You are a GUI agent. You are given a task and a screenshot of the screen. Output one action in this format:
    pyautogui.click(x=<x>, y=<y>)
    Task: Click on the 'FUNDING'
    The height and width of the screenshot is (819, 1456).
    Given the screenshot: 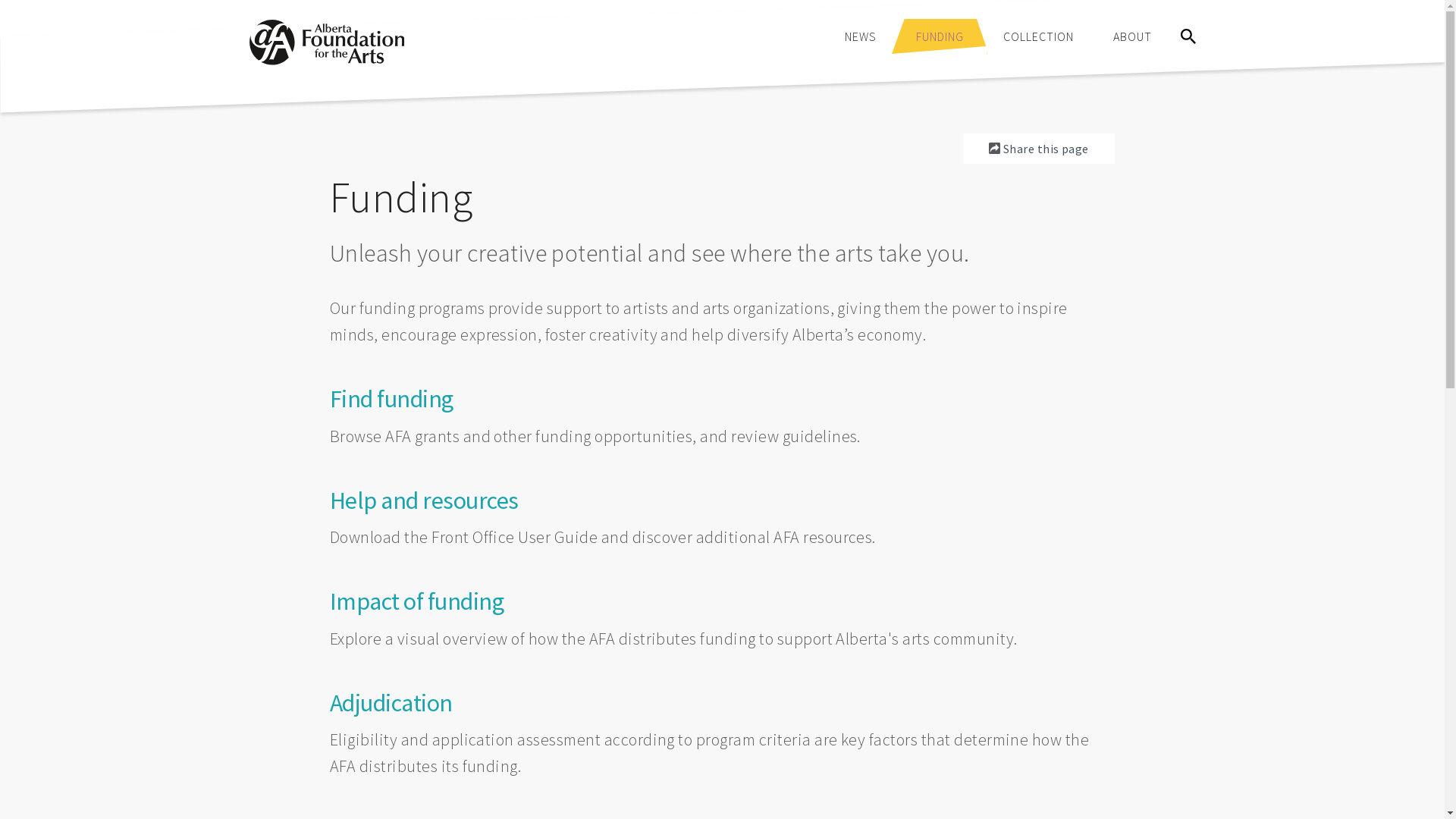 What is the action you would take?
    pyautogui.click(x=903, y=35)
    